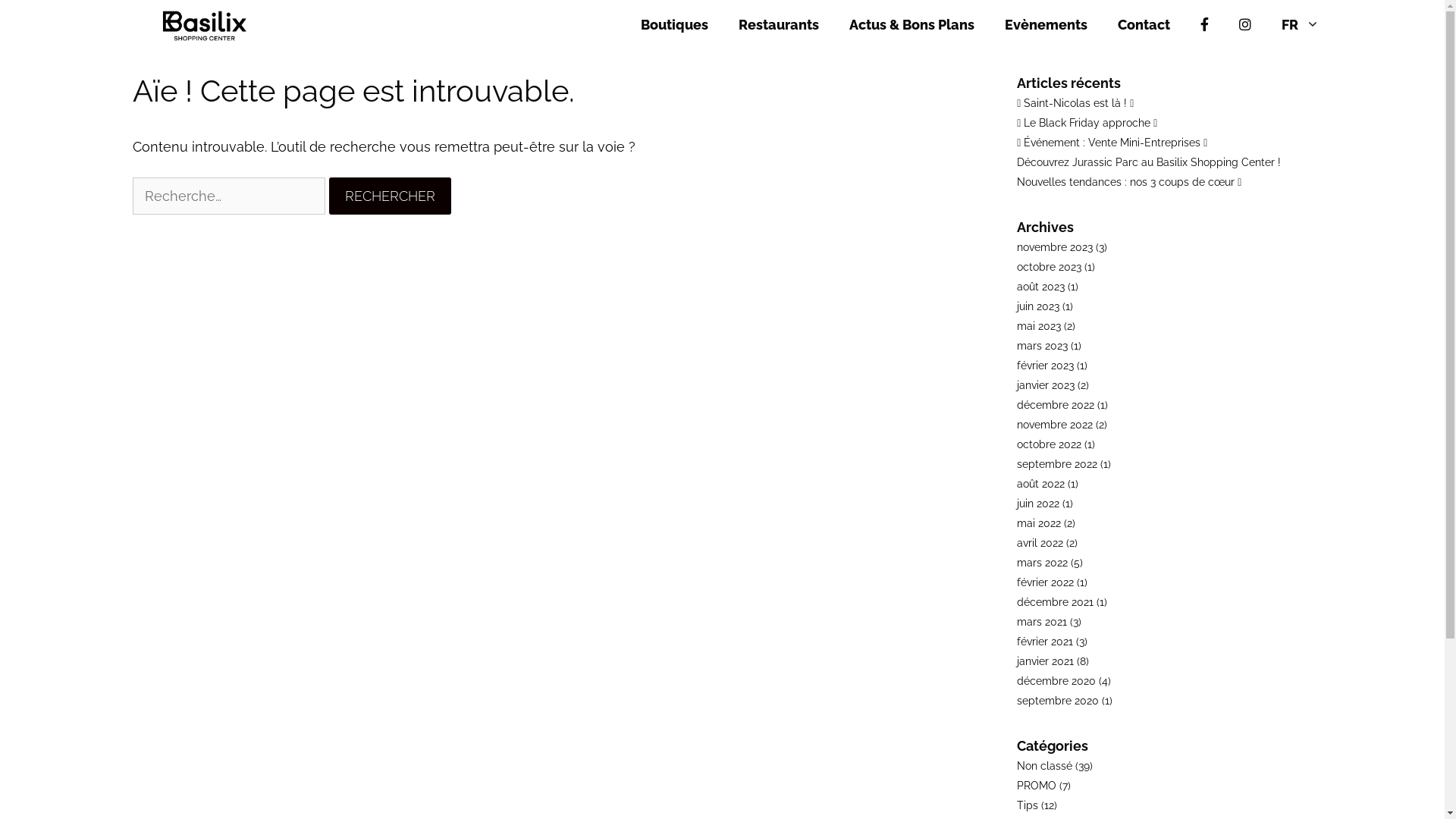 Image resolution: width=1456 pixels, height=819 pixels. What do you see at coordinates (1037, 522) in the screenshot?
I see `'mai 2022'` at bounding box center [1037, 522].